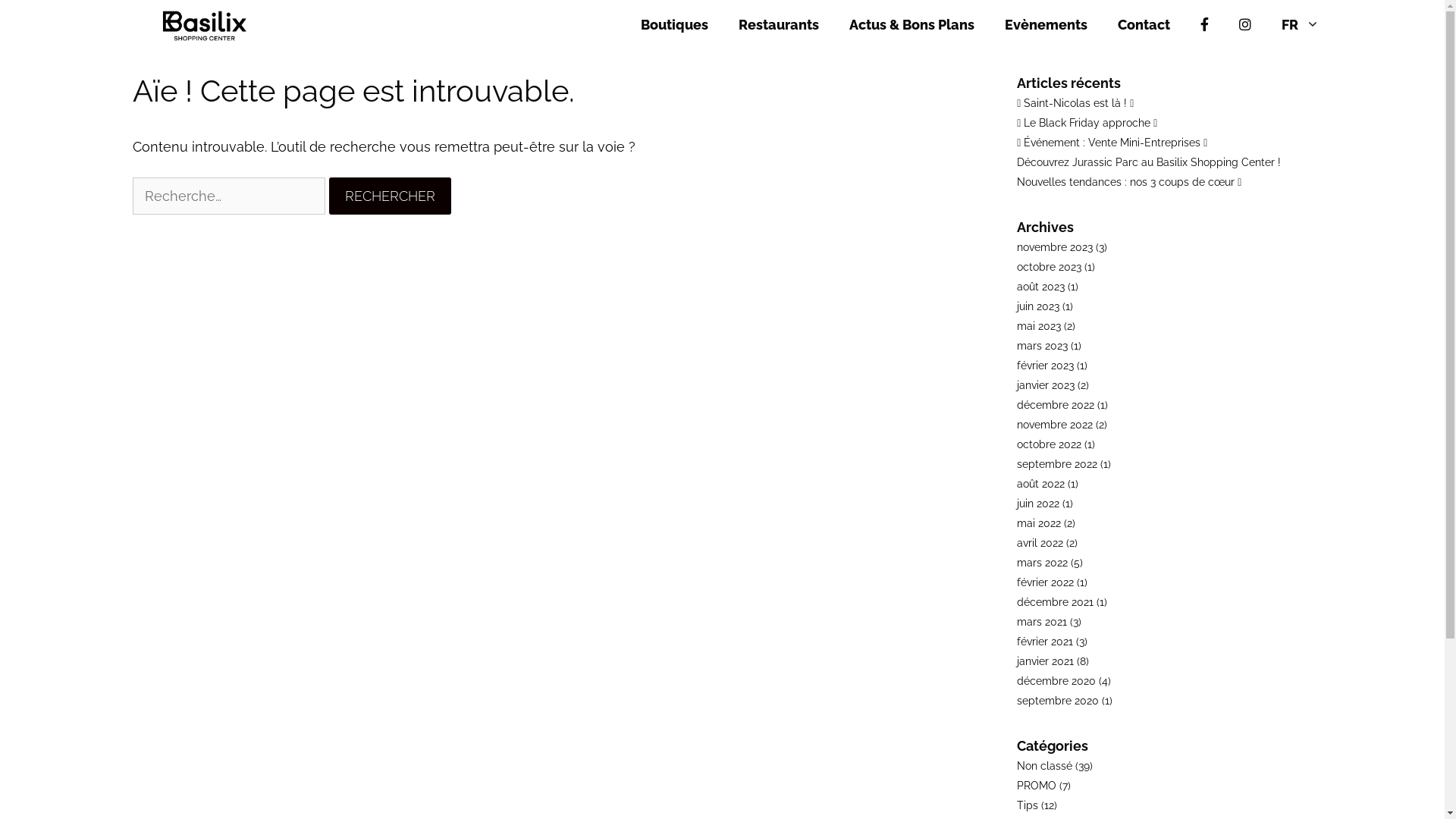 Image resolution: width=1456 pixels, height=819 pixels. What do you see at coordinates (1037, 522) in the screenshot?
I see `'mai 2022'` at bounding box center [1037, 522].